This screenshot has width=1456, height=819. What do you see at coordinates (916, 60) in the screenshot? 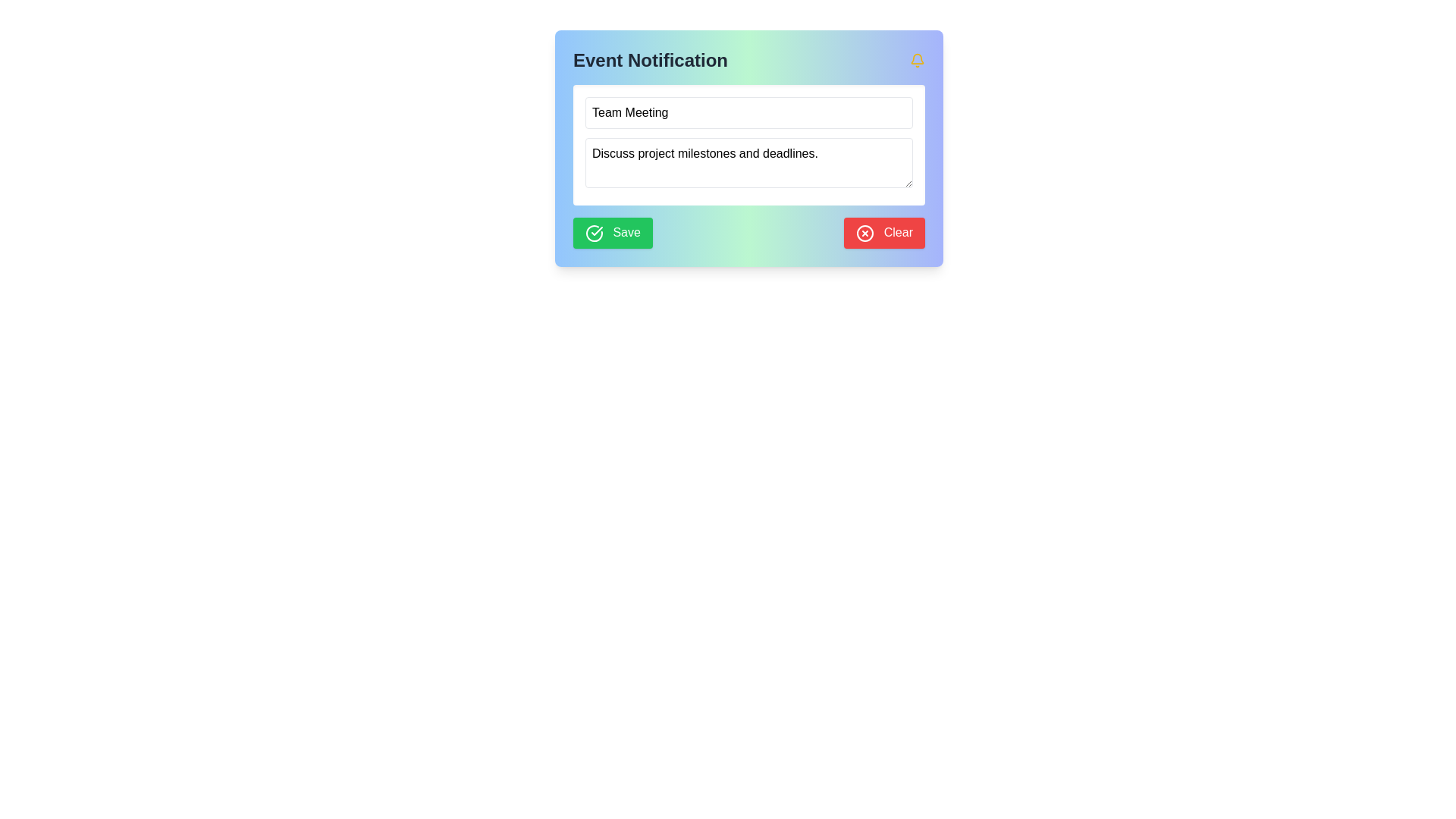
I see `the notification icon located at the top right corner of the notification panel, adjacent to the 'Event Notification' title` at bounding box center [916, 60].